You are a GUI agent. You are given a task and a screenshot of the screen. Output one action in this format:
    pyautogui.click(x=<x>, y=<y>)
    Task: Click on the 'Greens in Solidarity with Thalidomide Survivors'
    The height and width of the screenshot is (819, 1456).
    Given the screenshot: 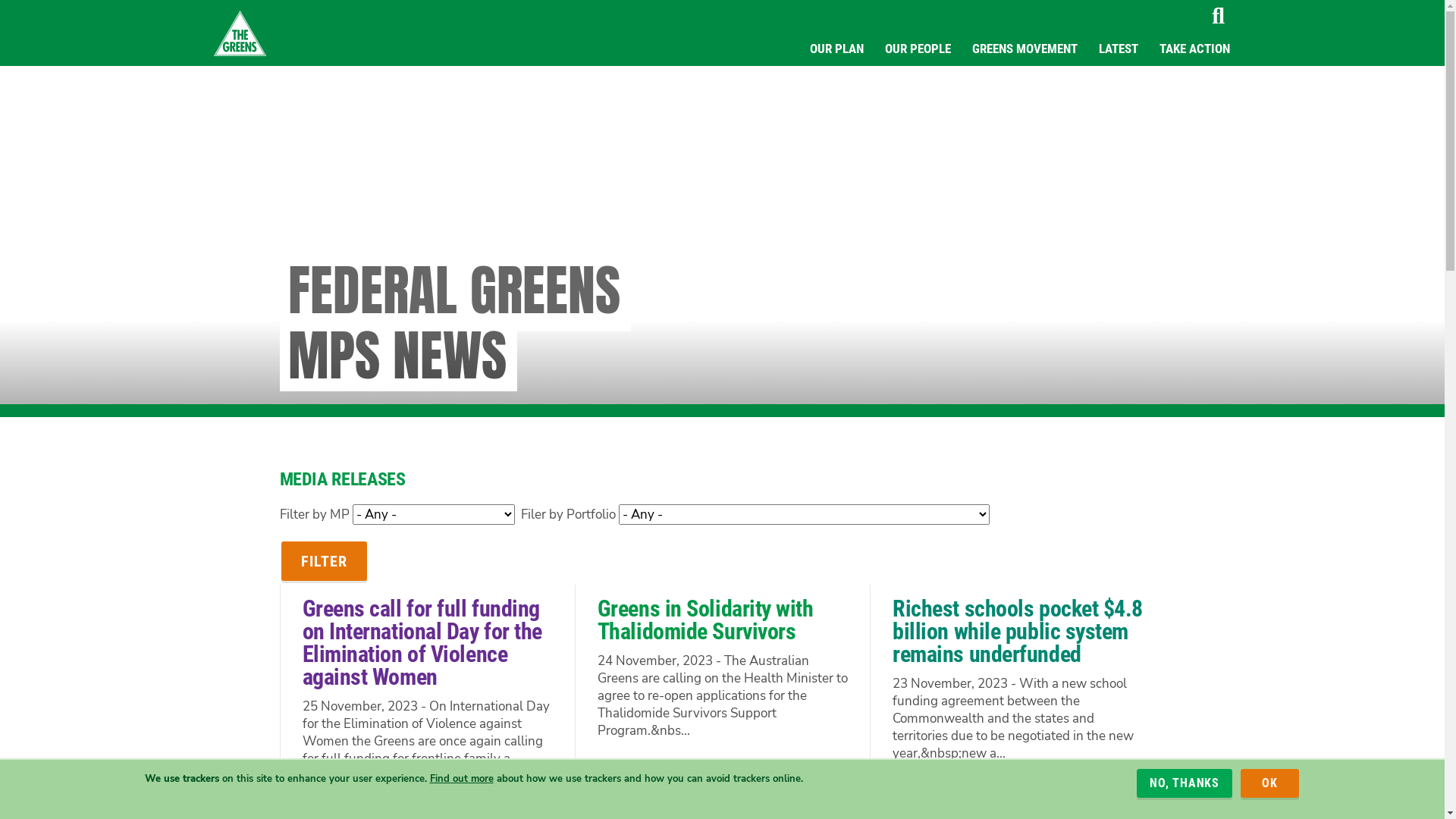 What is the action you would take?
    pyautogui.click(x=704, y=620)
    